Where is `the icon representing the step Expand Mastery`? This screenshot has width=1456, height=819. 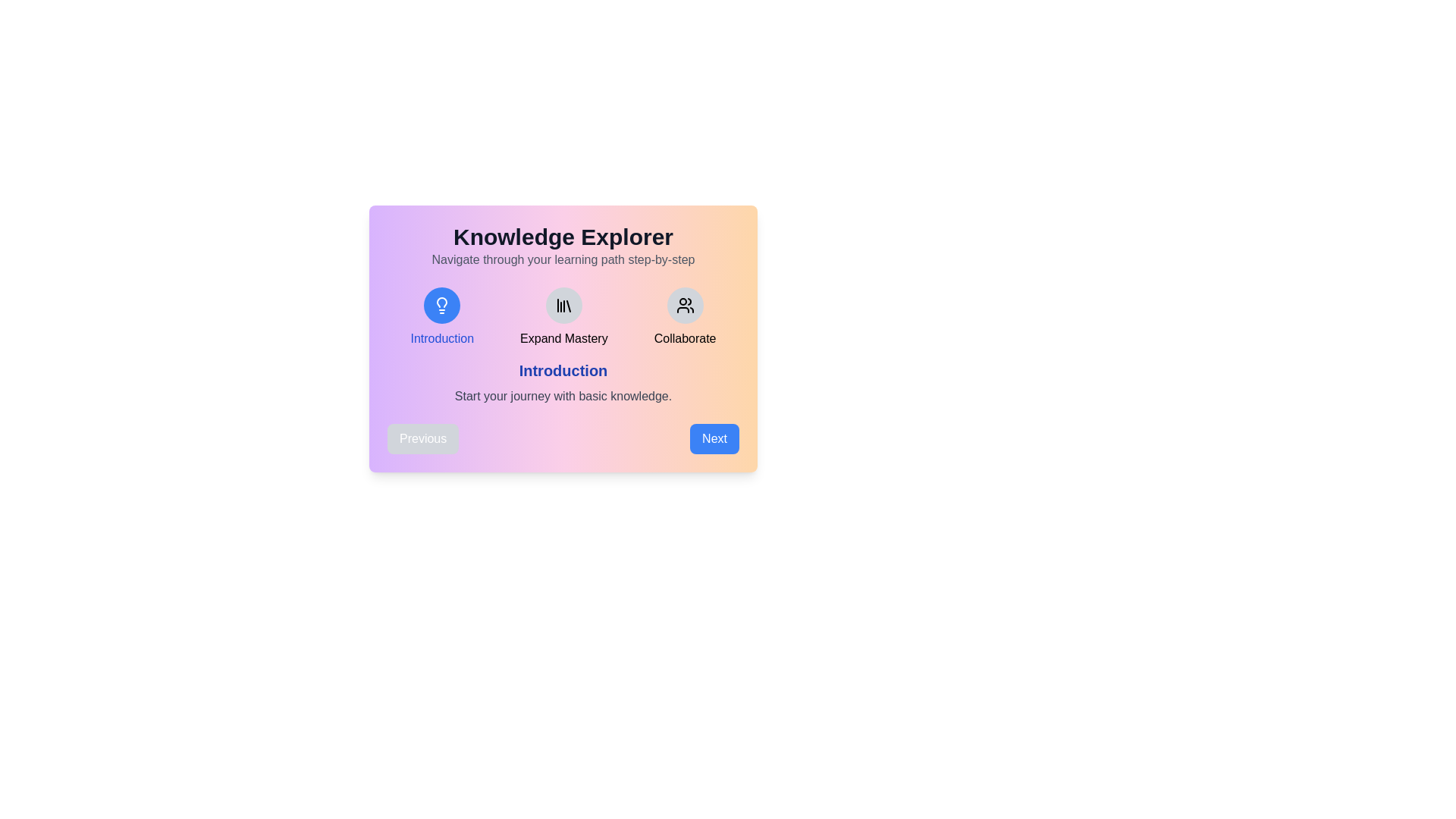
the icon representing the step Expand Mastery is located at coordinates (563, 305).